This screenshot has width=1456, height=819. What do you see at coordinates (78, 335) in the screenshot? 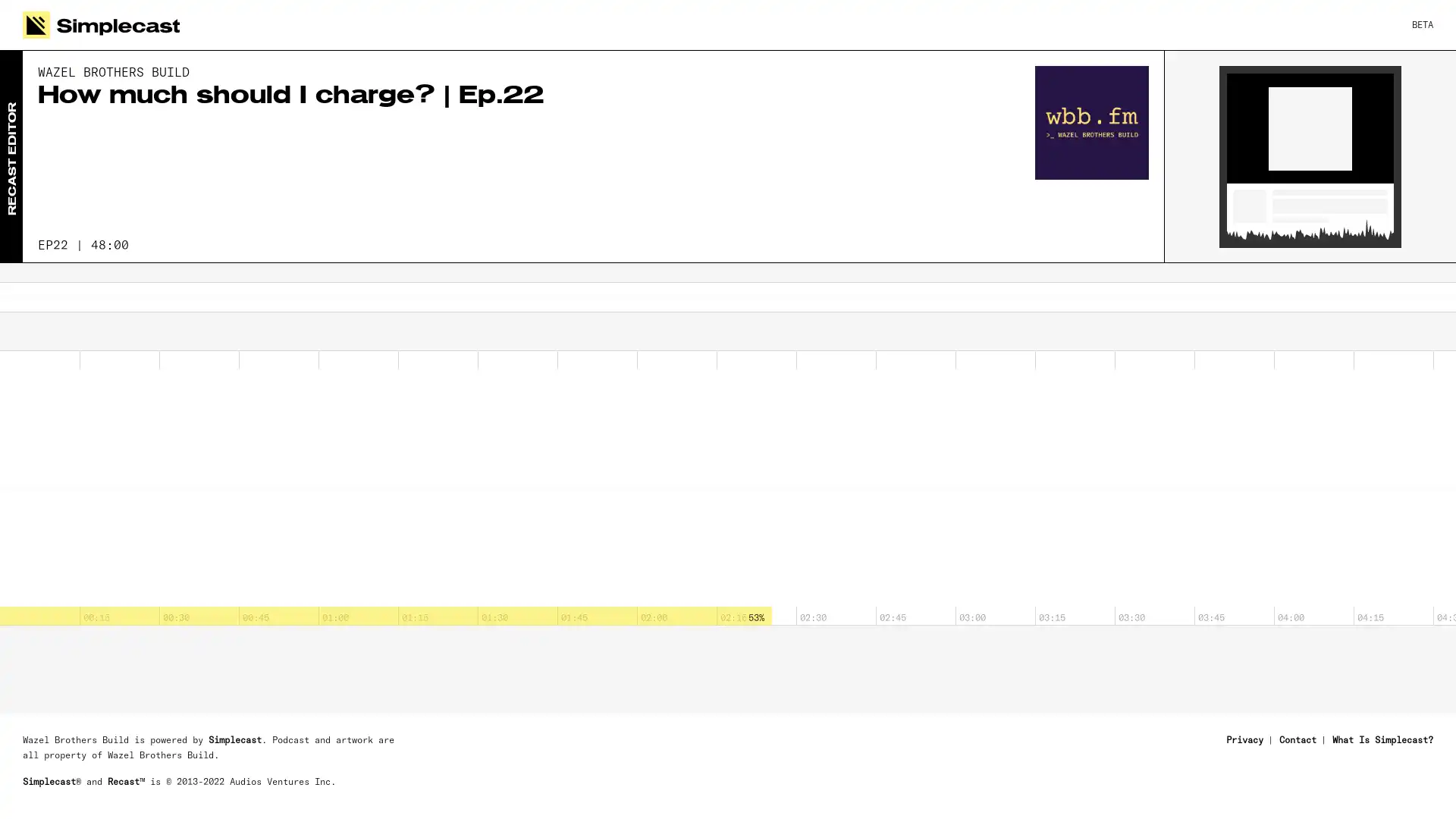
I see `60s` at bounding box center [78, 335].